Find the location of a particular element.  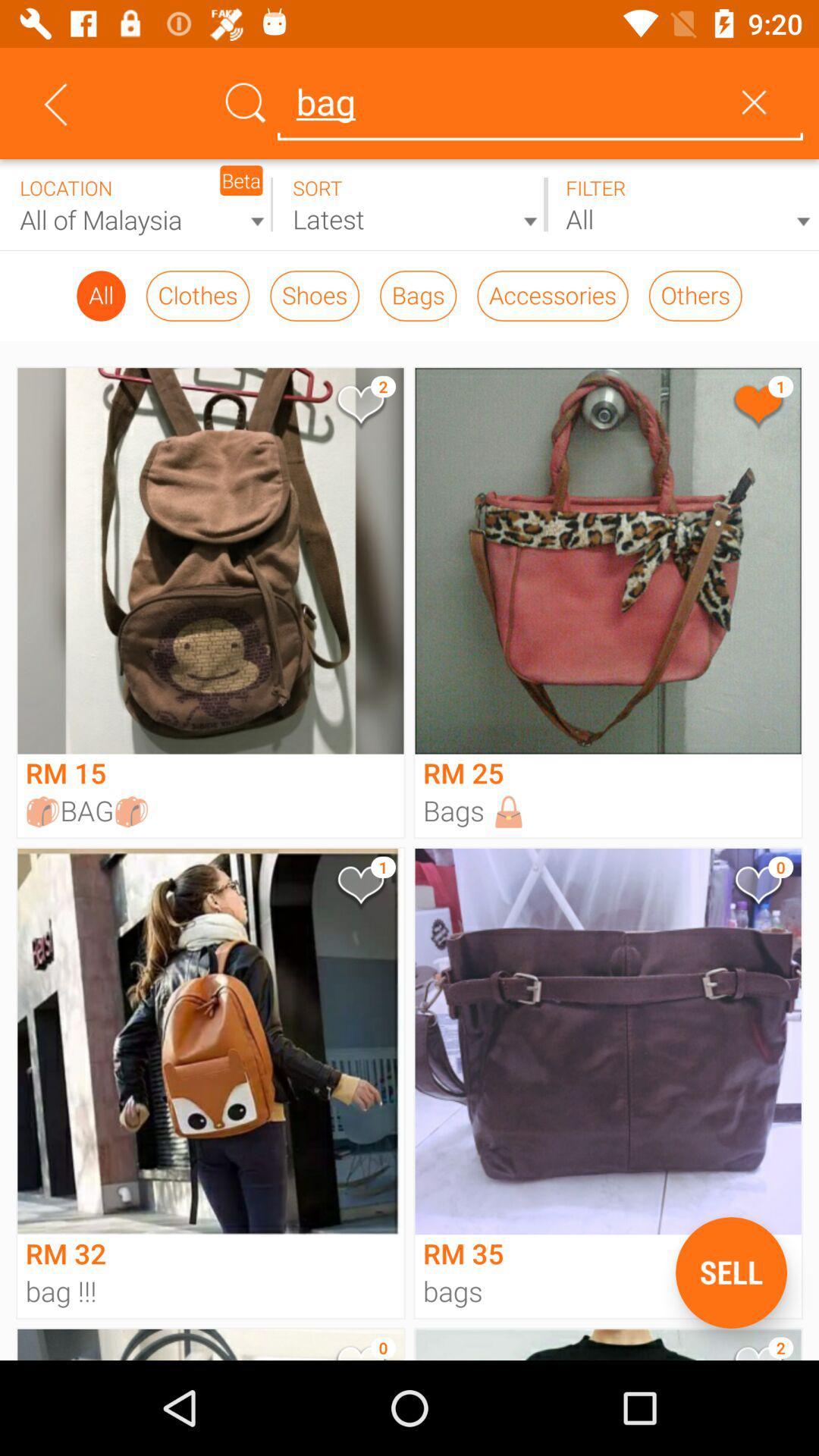

change location is located at coordinates (136, 204).